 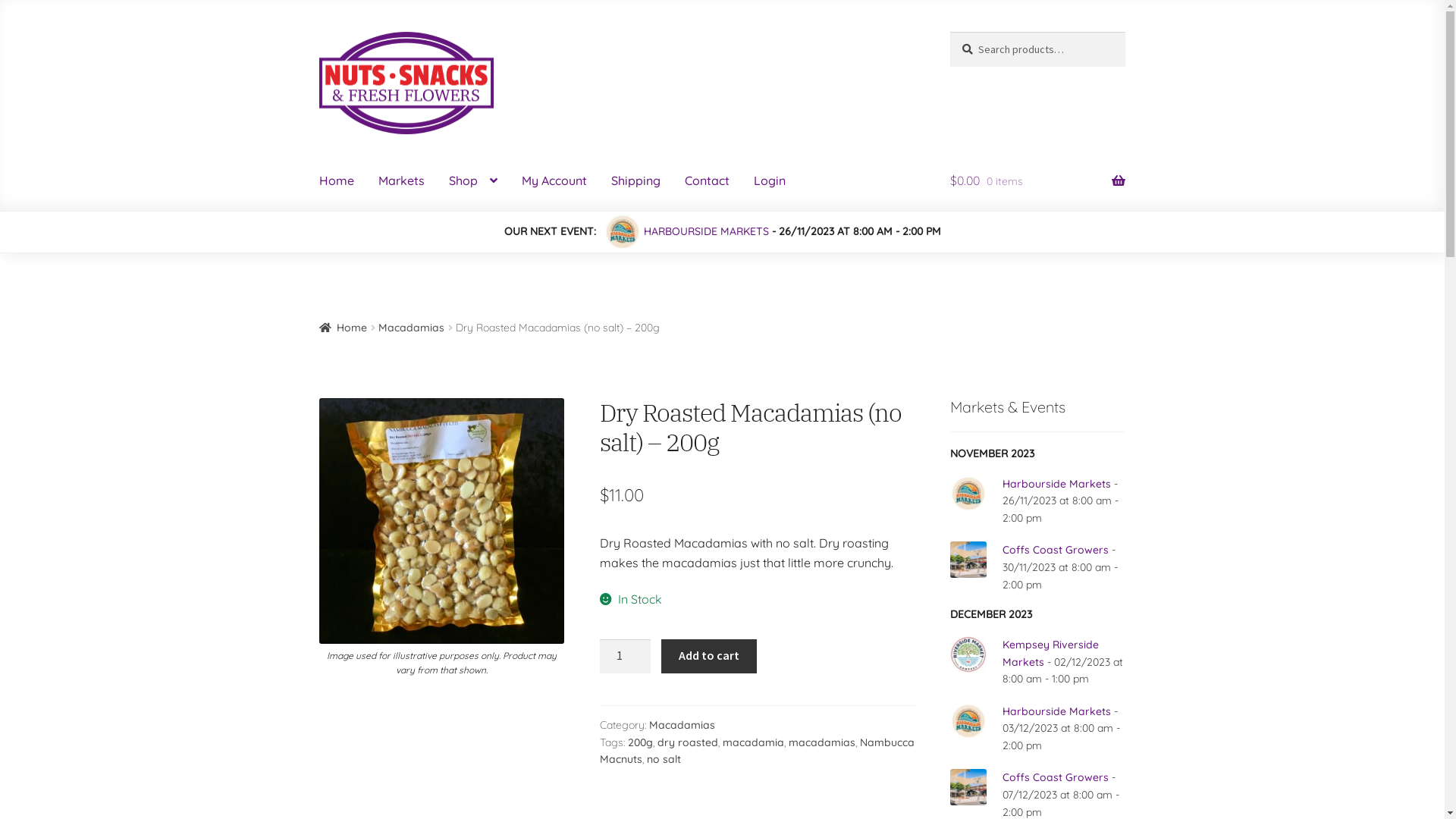 I want to click on 'Shipping', so click(x=635, y=180).